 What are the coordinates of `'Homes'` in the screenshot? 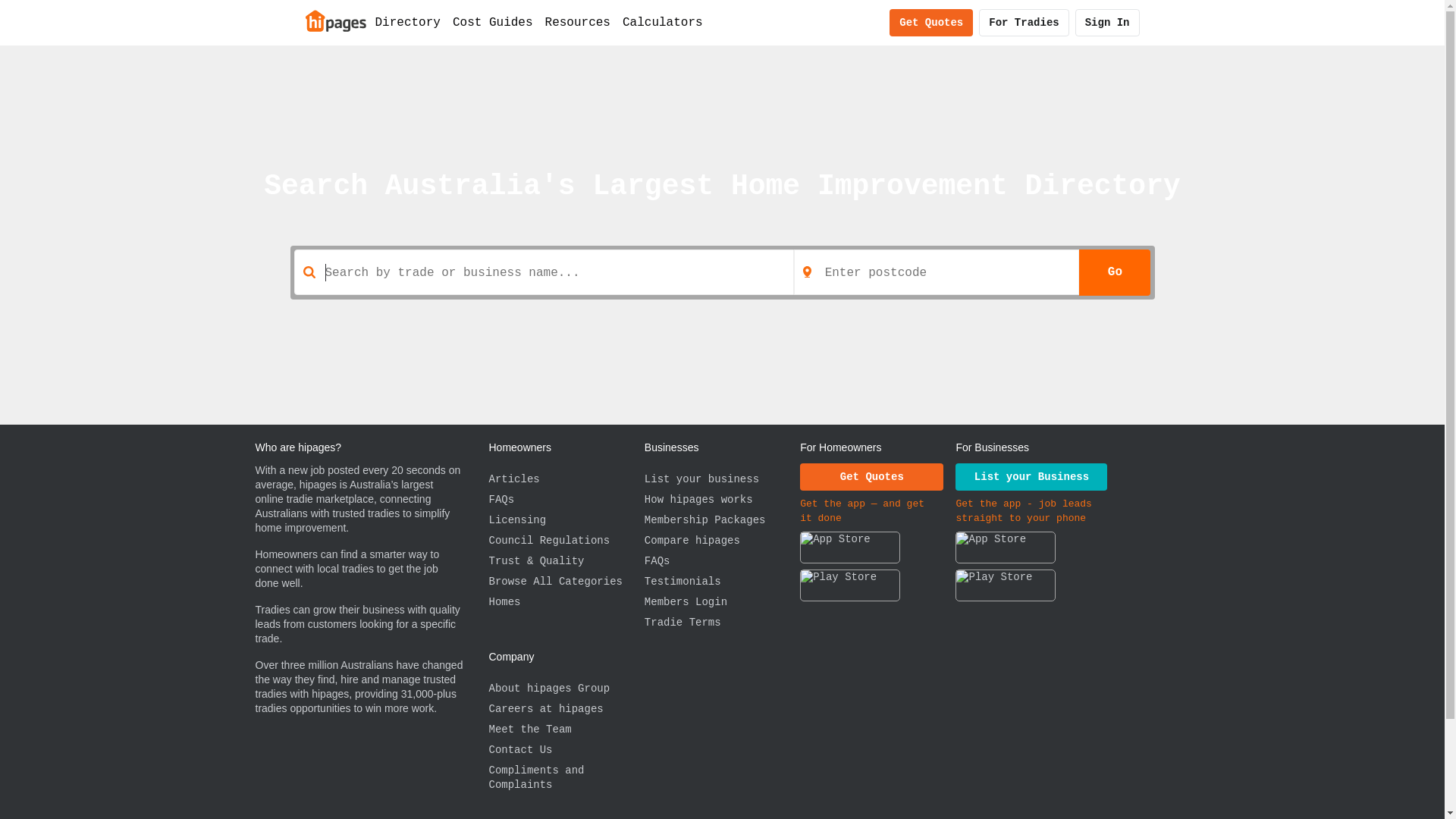 It's located at (488, 601).